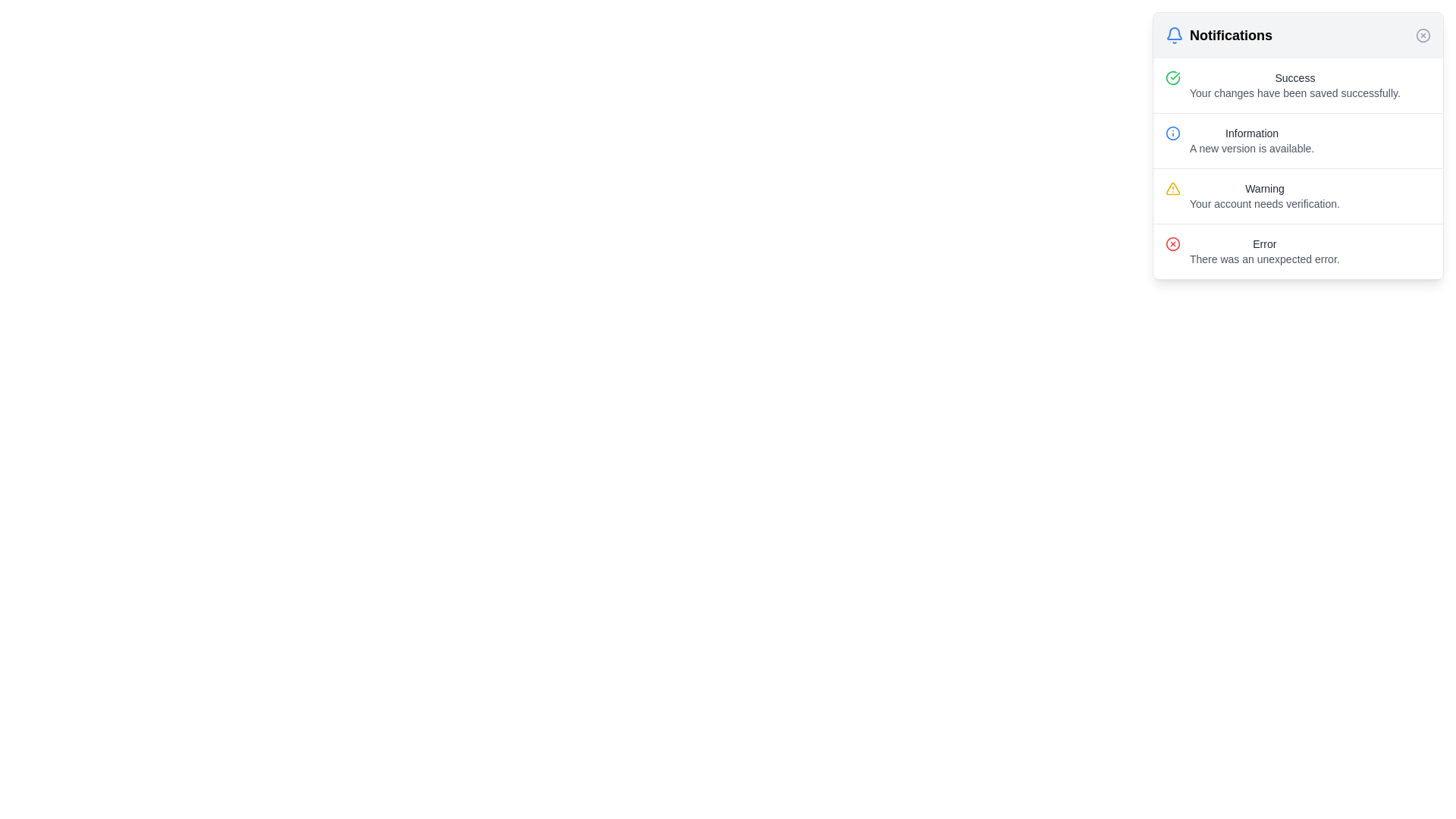 This screenshot has height=819, width=1456. Describe the element at coordinates (1264, 259) in the screenshot. I see `error message text located in the notification panel, specifically the second line within the 'Error' block, just below the title 'Error'` at that location.